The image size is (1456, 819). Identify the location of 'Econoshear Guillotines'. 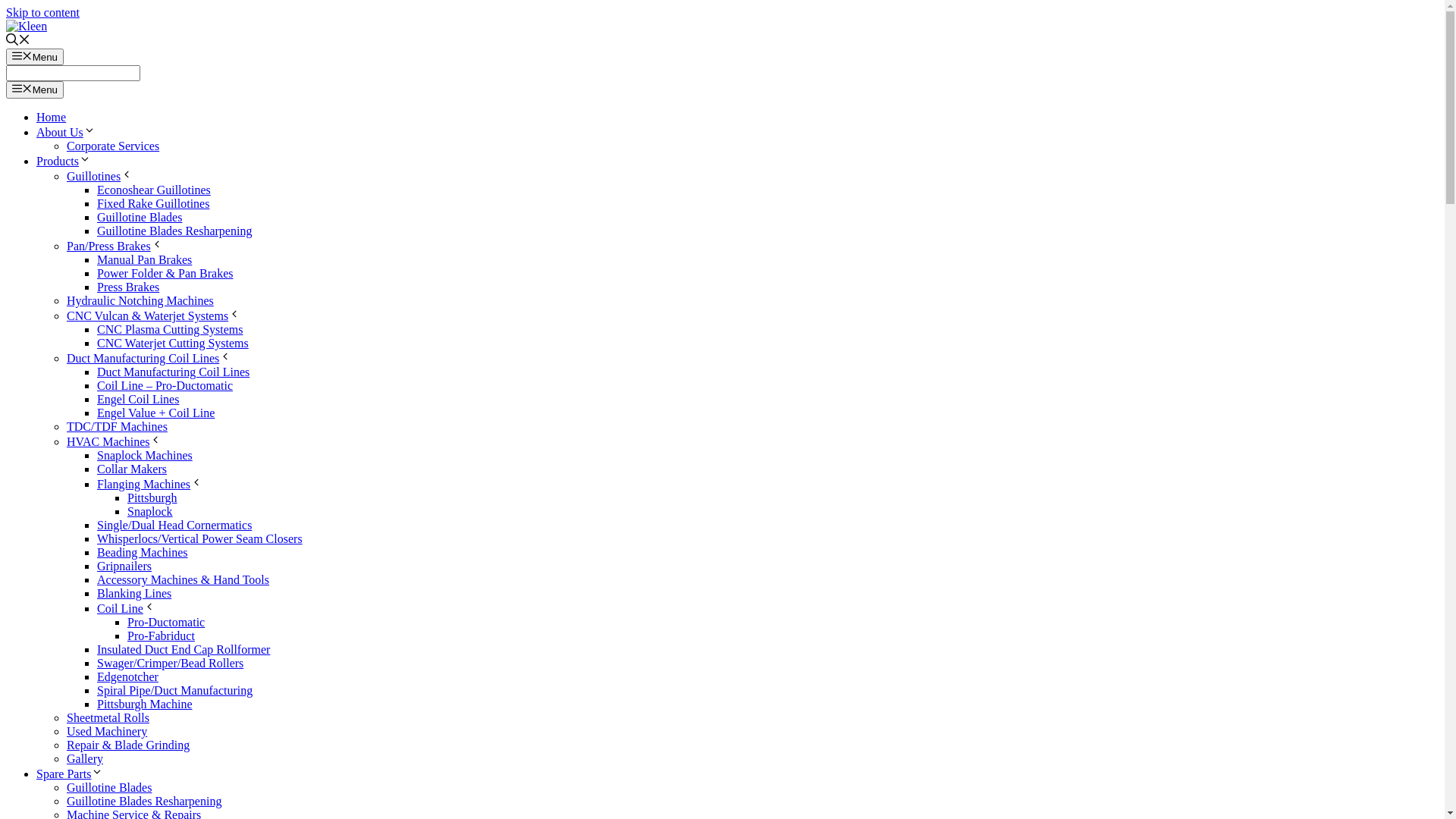
(153, 189).